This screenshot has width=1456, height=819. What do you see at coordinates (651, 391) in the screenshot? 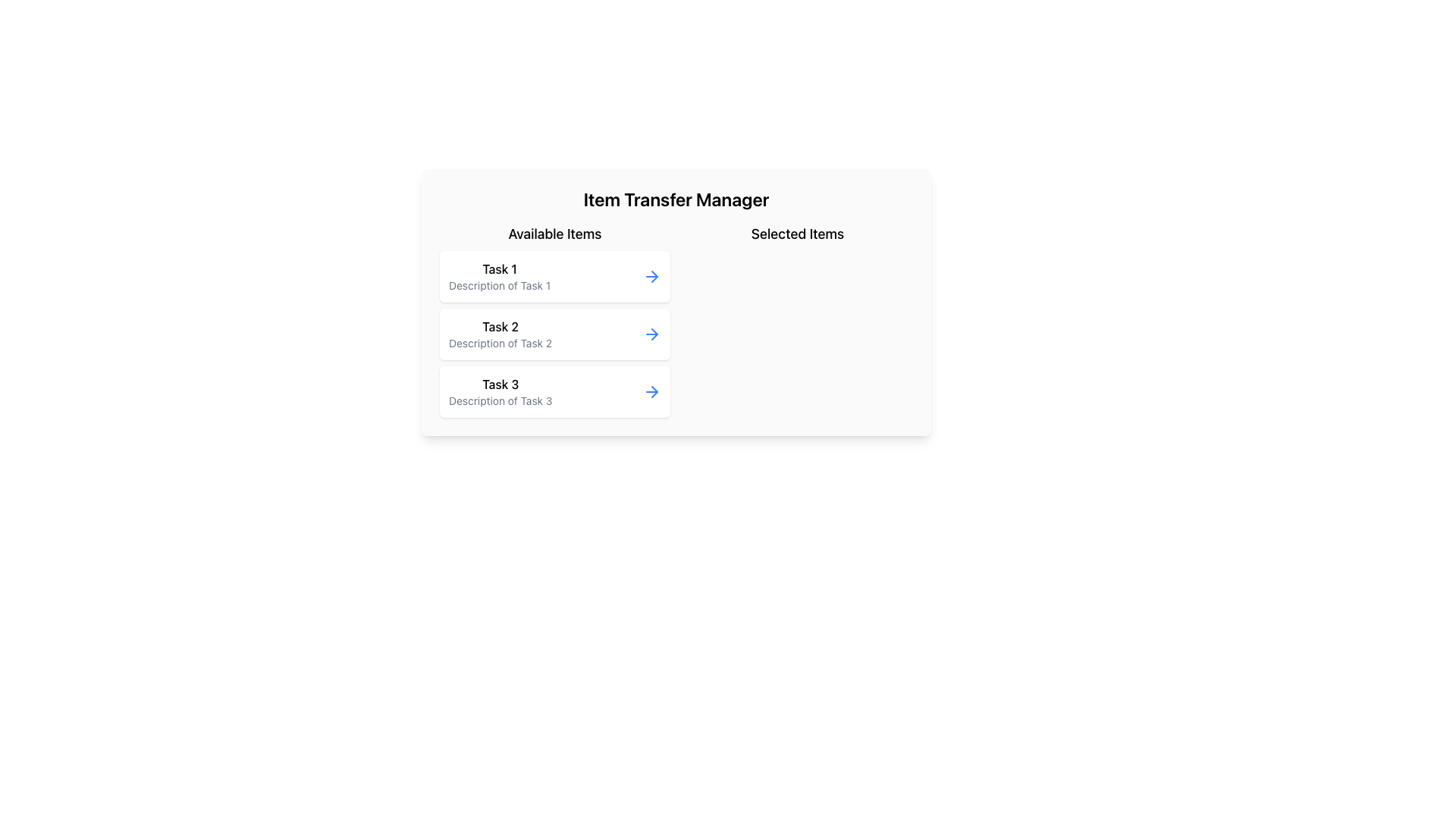
I see `the button located to the far right of the entry for 'Task 3' in the 'Available Items' column` at bounding box center [651, 391].